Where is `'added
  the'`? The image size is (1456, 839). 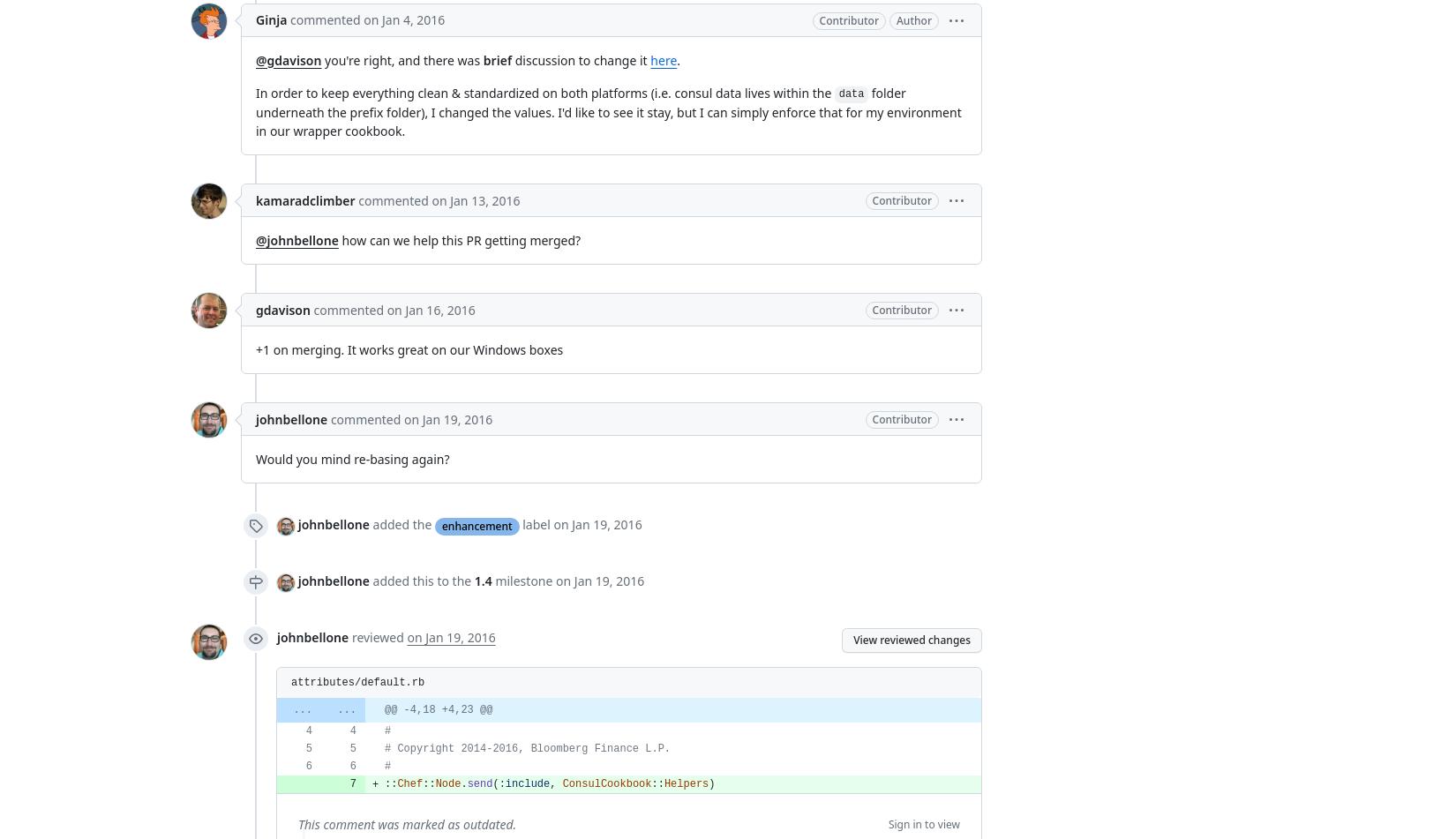
'added
  the' is located at coordinates (367, 523).